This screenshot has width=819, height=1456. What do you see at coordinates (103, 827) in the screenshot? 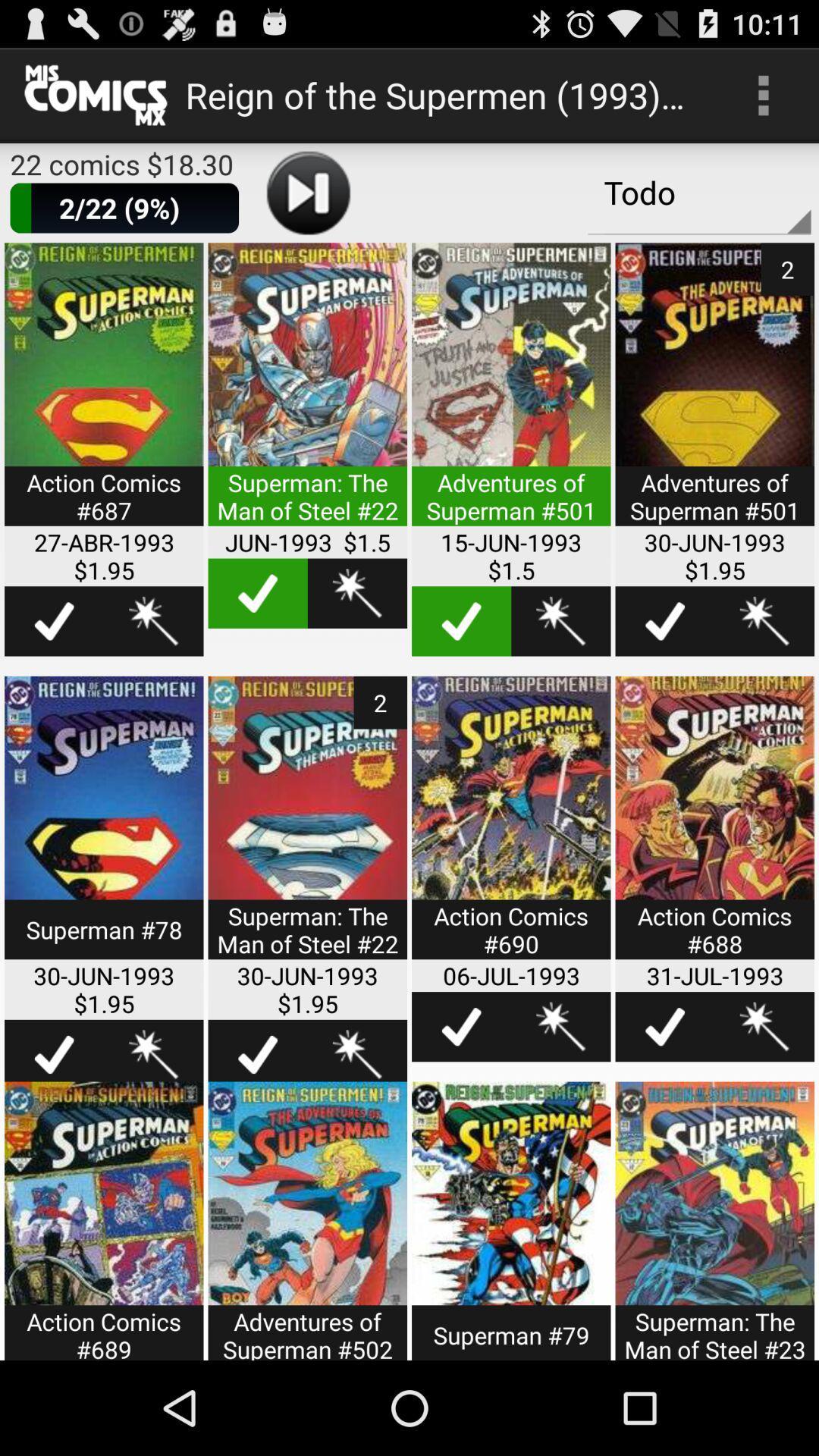
I see `more options` at bounding box center [103, 827].